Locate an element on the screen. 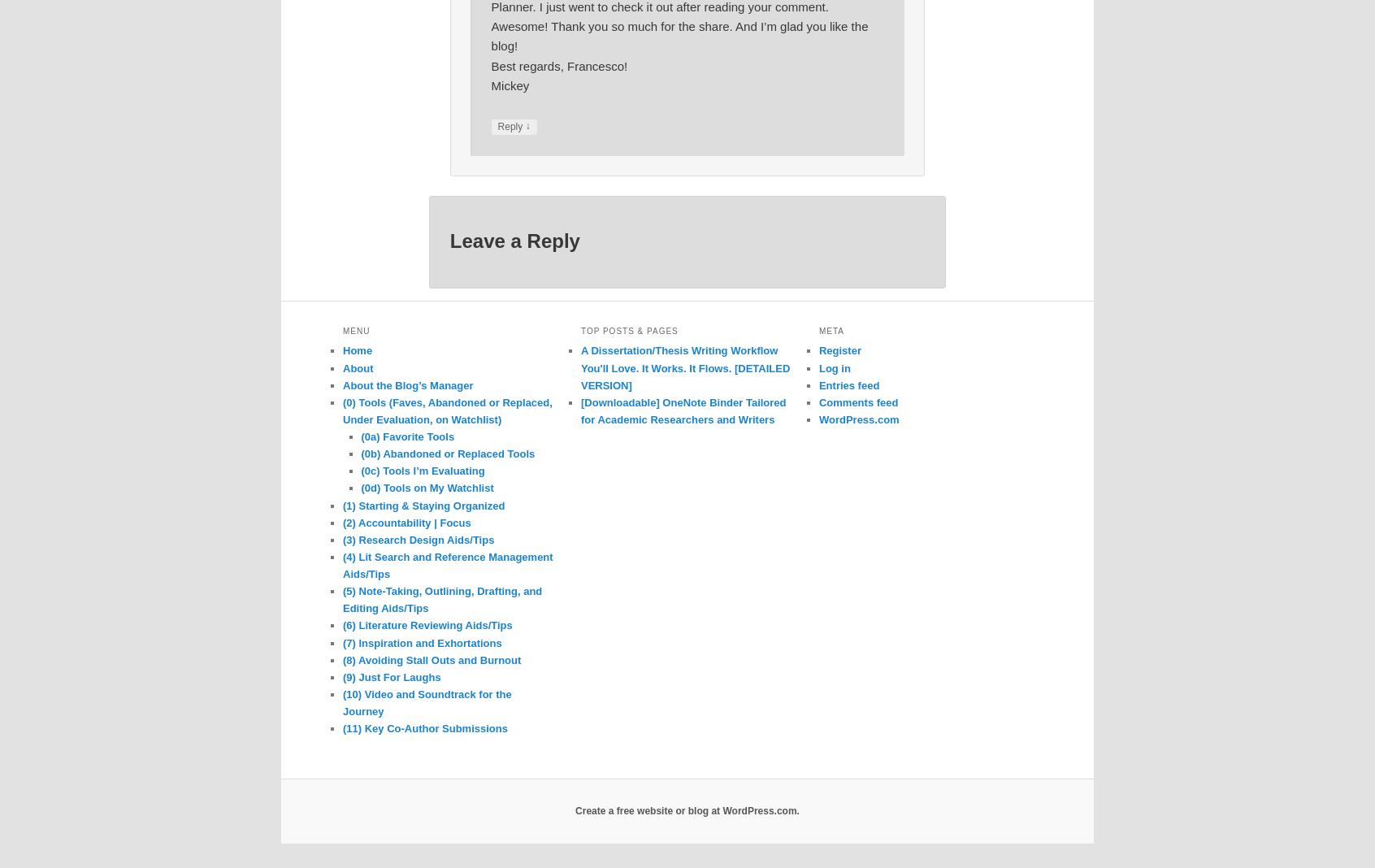 This screenshot has width=1375, height=868. 'Reply' is located at coordinates (510, 125).